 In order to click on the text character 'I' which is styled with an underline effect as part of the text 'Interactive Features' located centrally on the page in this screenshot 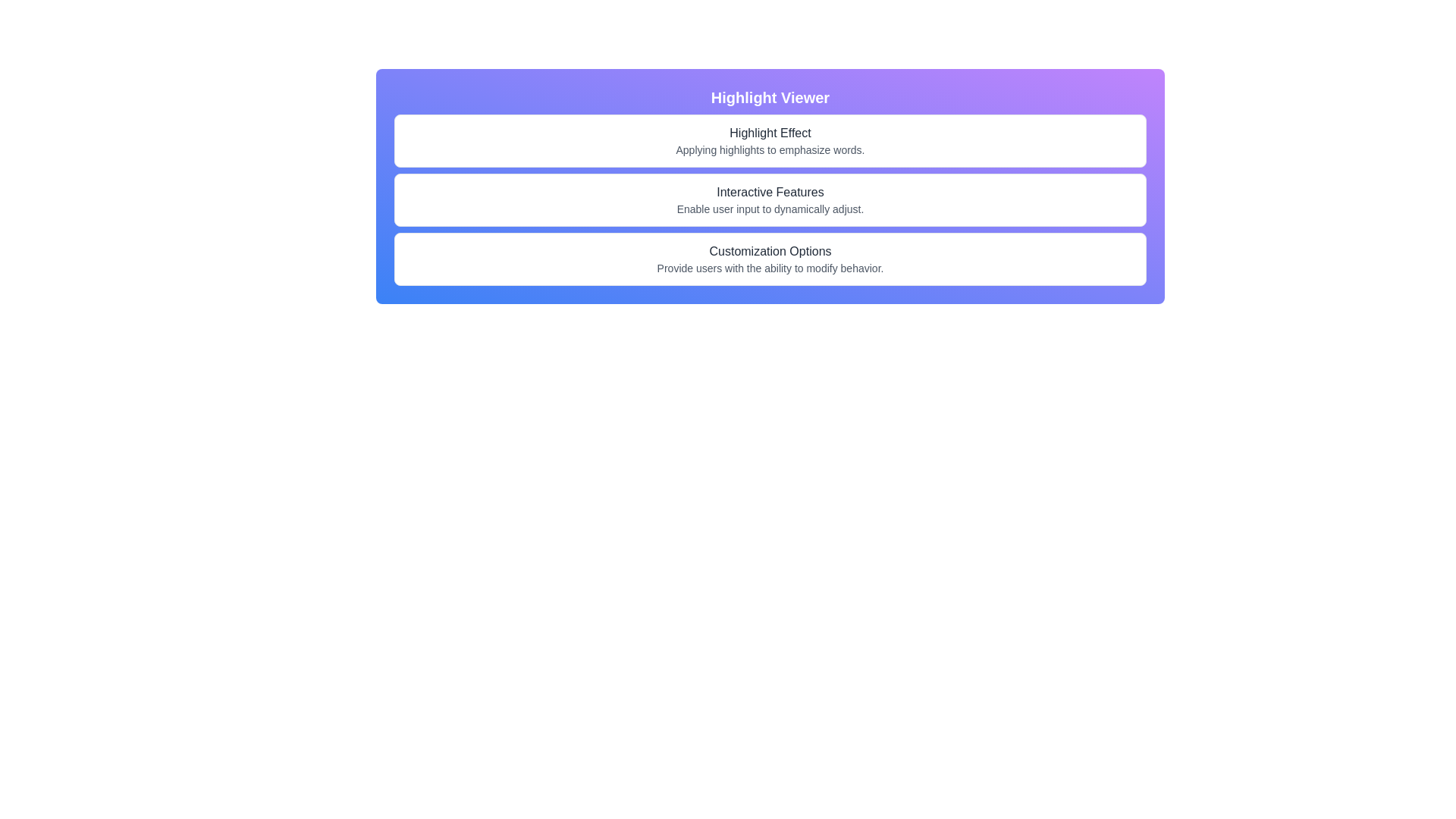, I will do `click(717, 191)`.